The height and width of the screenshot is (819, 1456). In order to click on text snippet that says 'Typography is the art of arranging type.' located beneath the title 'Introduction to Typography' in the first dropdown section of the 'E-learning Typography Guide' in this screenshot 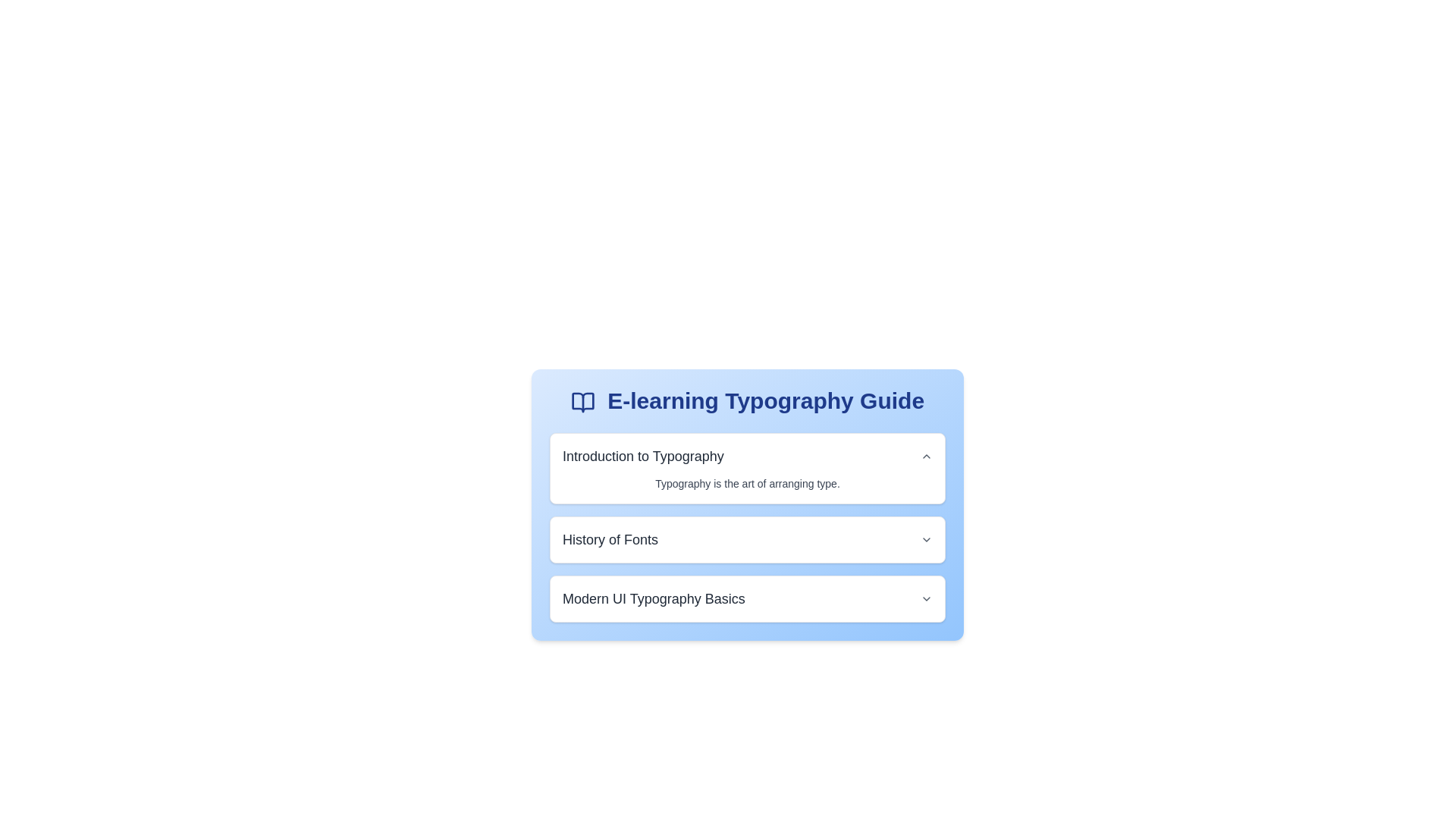, I will do `click(747, 483)`.